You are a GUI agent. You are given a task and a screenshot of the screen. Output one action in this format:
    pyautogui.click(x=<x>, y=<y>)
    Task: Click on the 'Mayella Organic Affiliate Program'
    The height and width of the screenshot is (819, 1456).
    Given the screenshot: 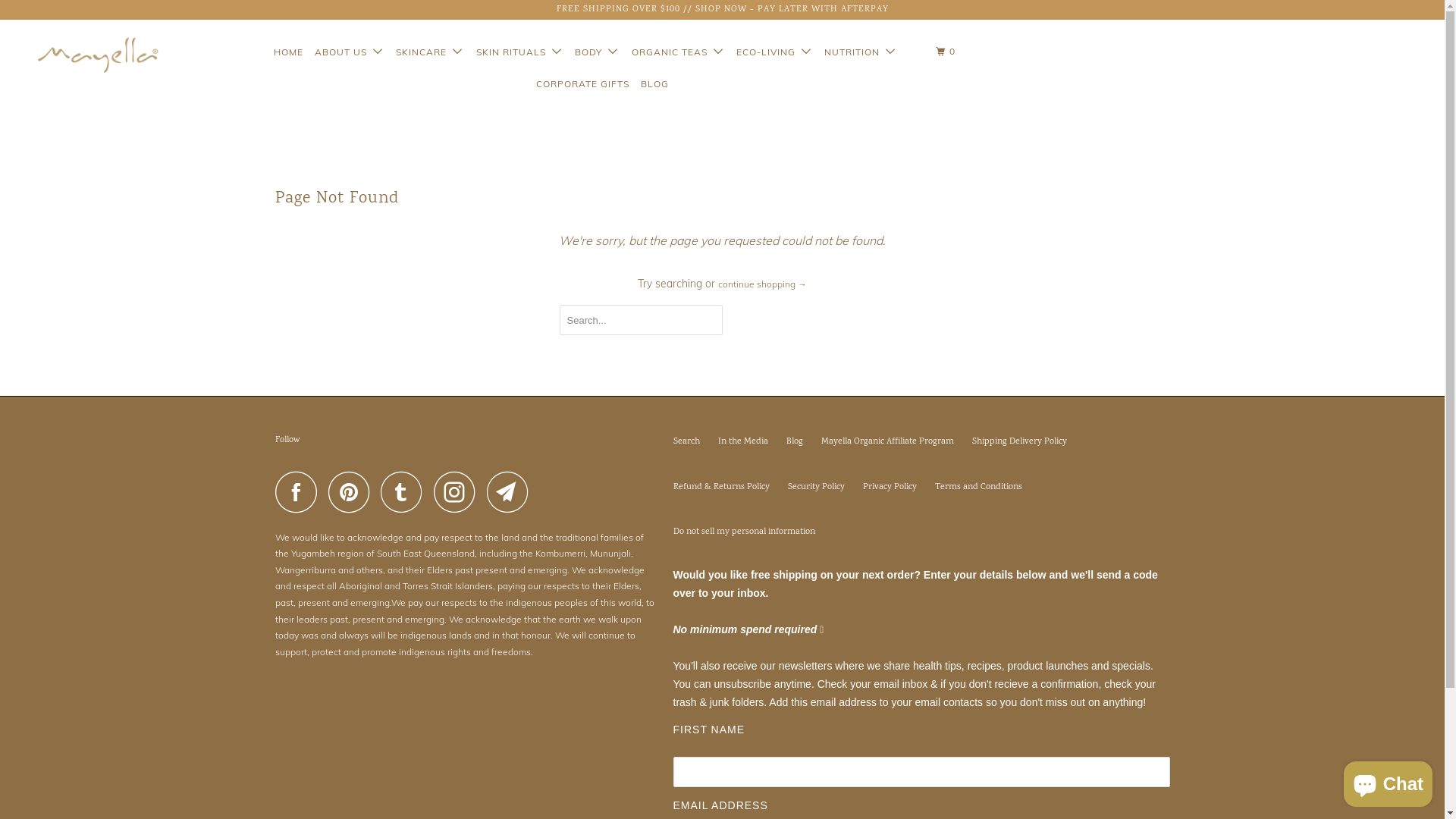 What is the action you would take?
    pyautogui.click(x=819, y=441)
    